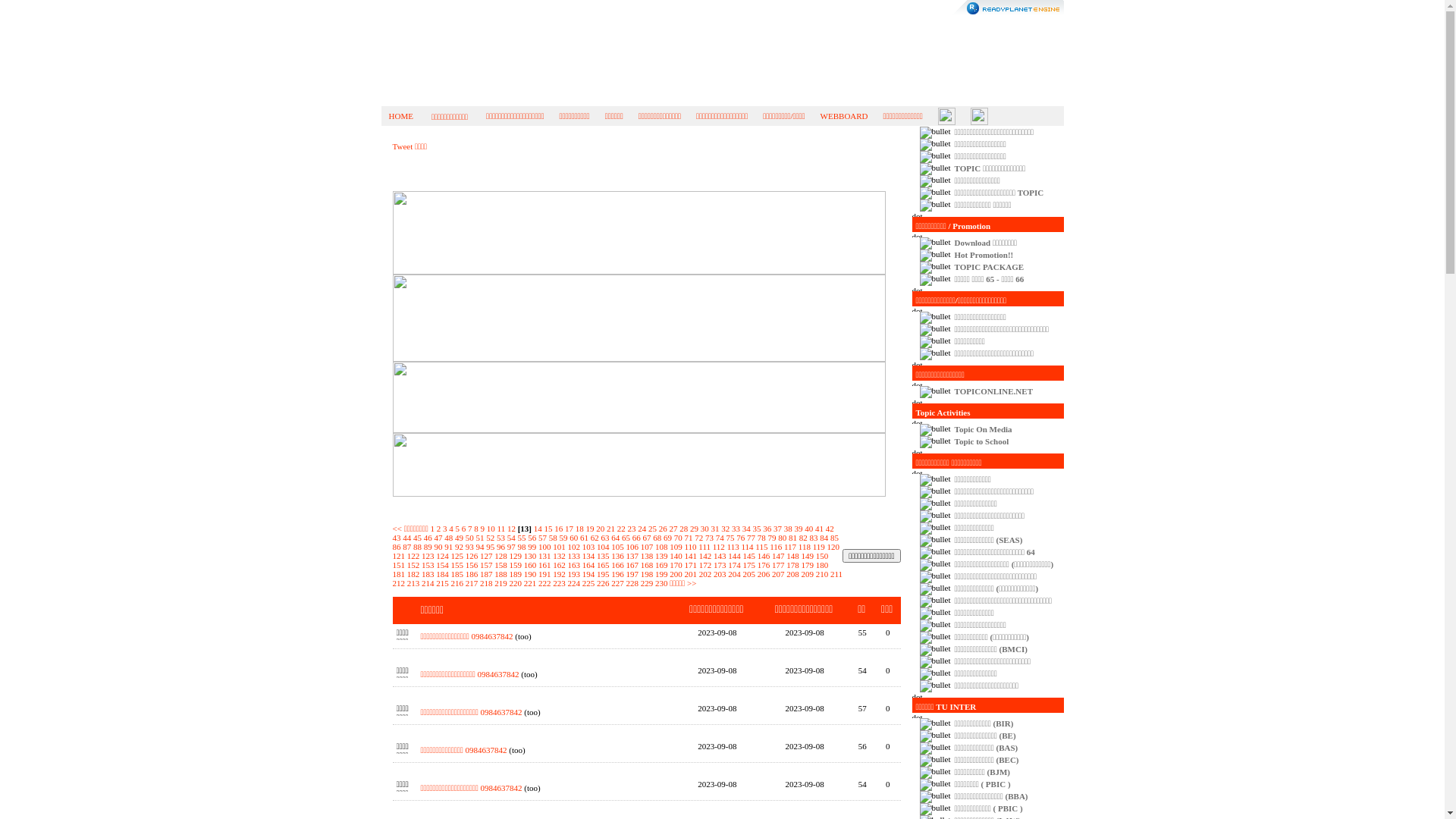 This screenshot has width=1456, height=819. I want to click on '113', so click(733, 547).